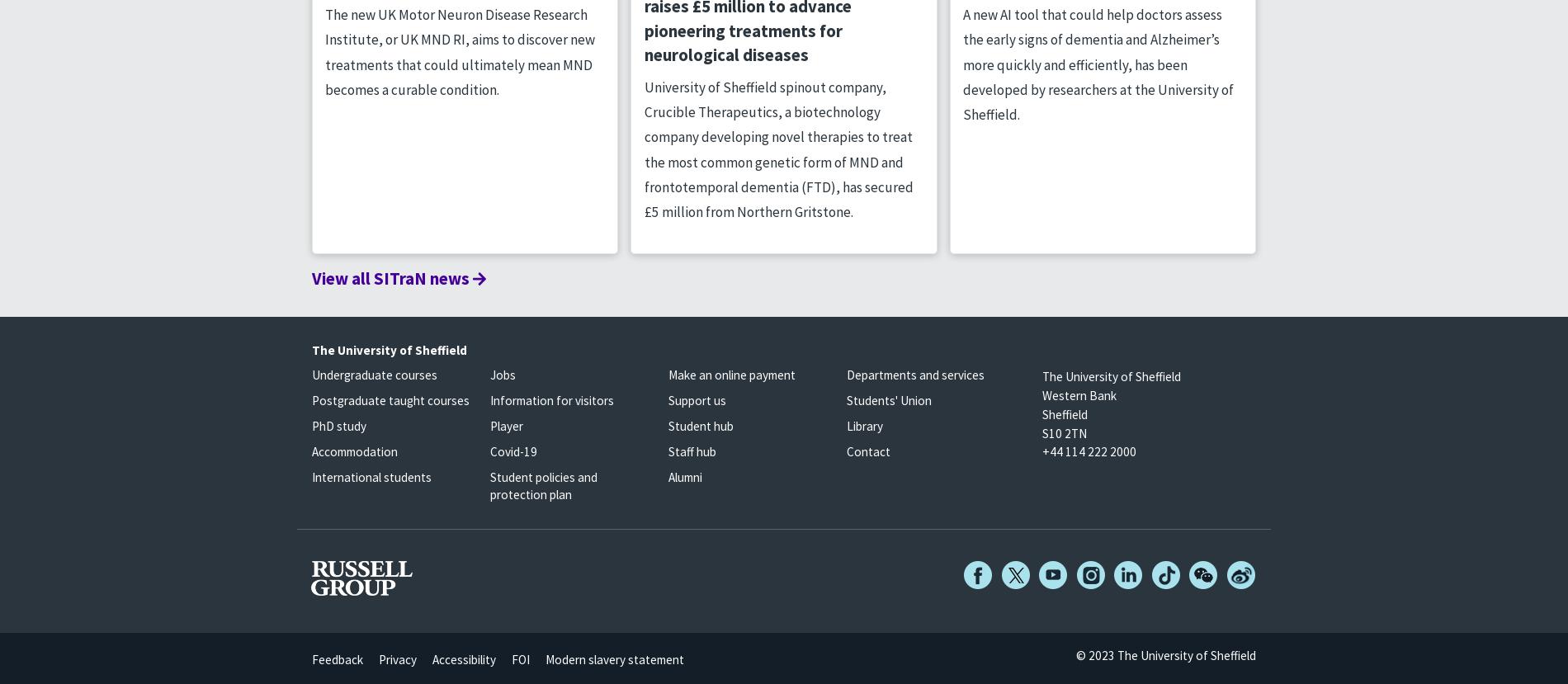 The width and height of the screenshot is (1568, 684). What do you see at coordinates (1087, 451) in the screenshot?
I see `'+44 114 222 2000'` at bounding box center [1087, 451].